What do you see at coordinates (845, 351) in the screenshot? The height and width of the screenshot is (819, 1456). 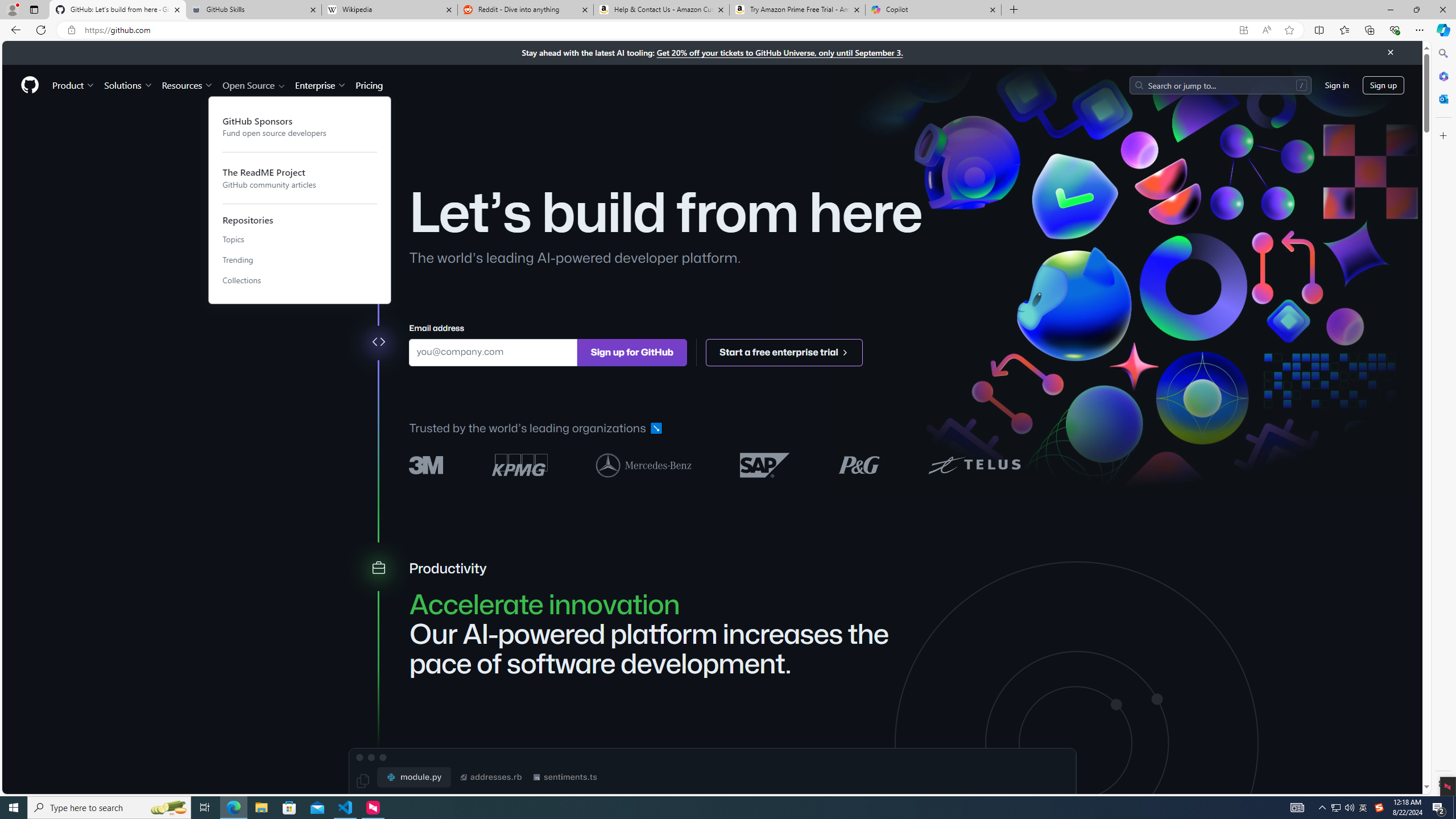 I see `'Class: octicon arrow-symbol-mktg'` at bounding box center [845, 351].